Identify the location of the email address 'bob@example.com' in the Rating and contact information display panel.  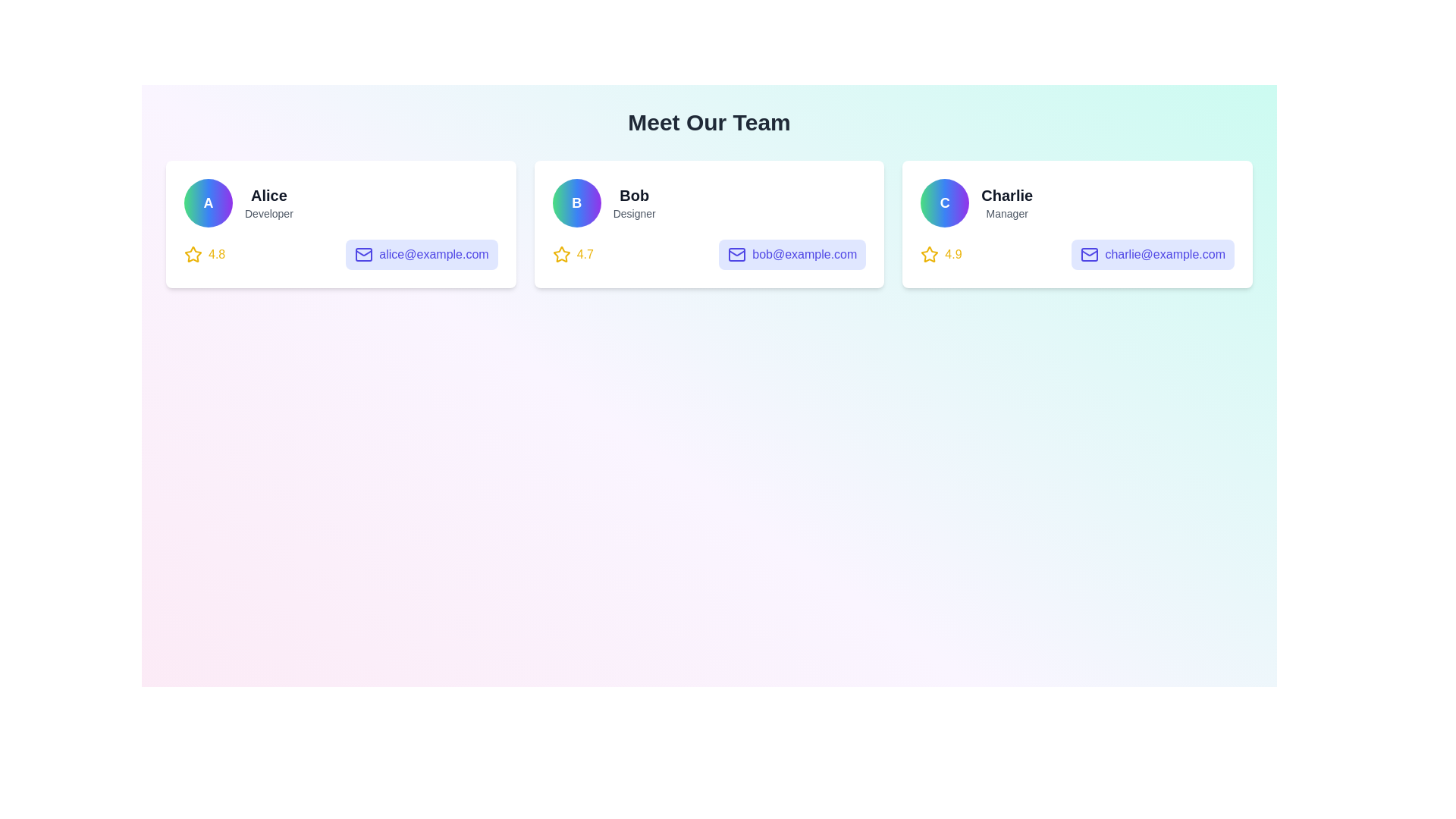
(708, 253).